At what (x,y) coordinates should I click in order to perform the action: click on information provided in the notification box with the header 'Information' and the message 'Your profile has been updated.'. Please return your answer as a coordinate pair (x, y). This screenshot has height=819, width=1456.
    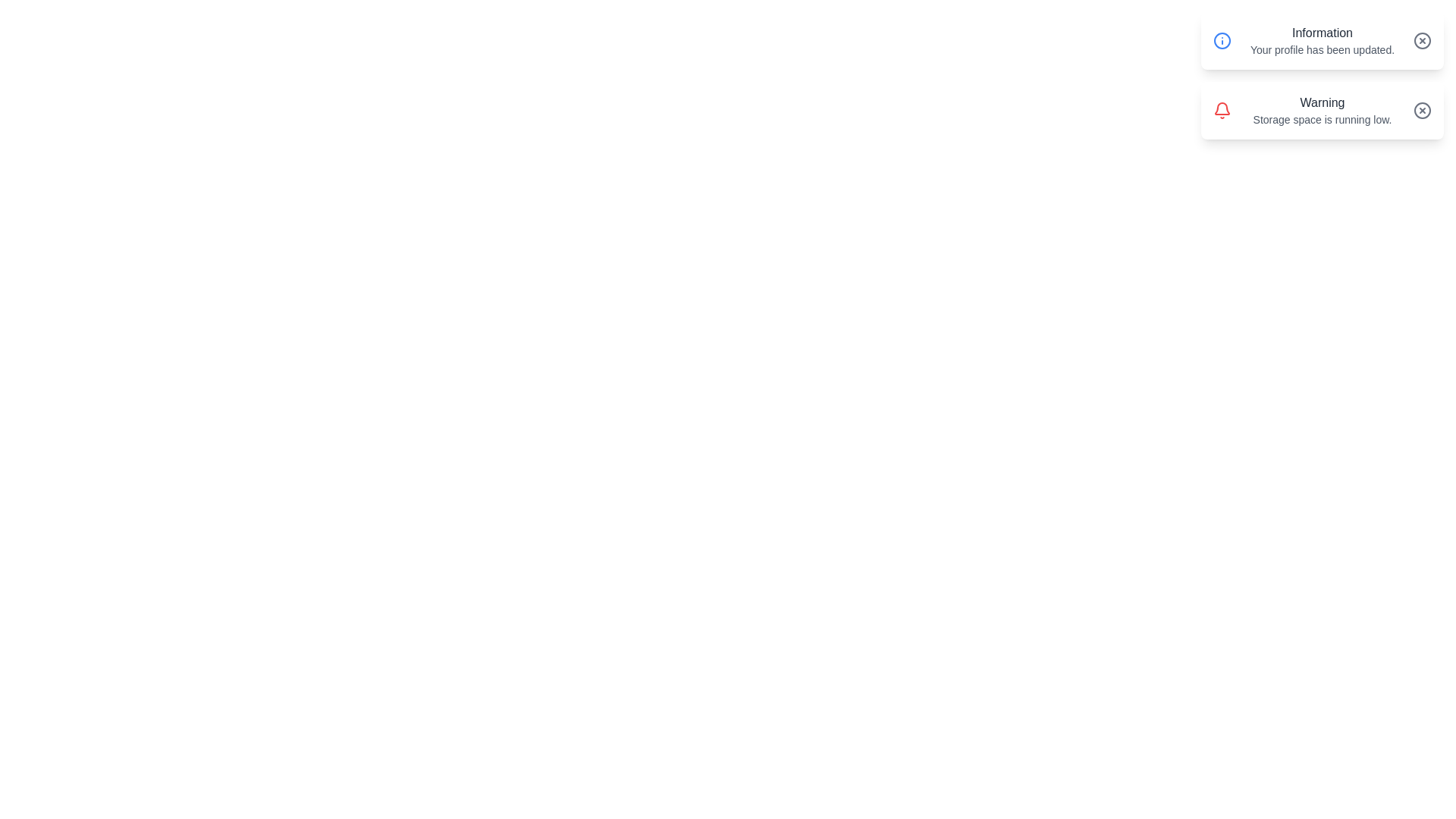
    Looking at the image, I should click on (1321, 40).